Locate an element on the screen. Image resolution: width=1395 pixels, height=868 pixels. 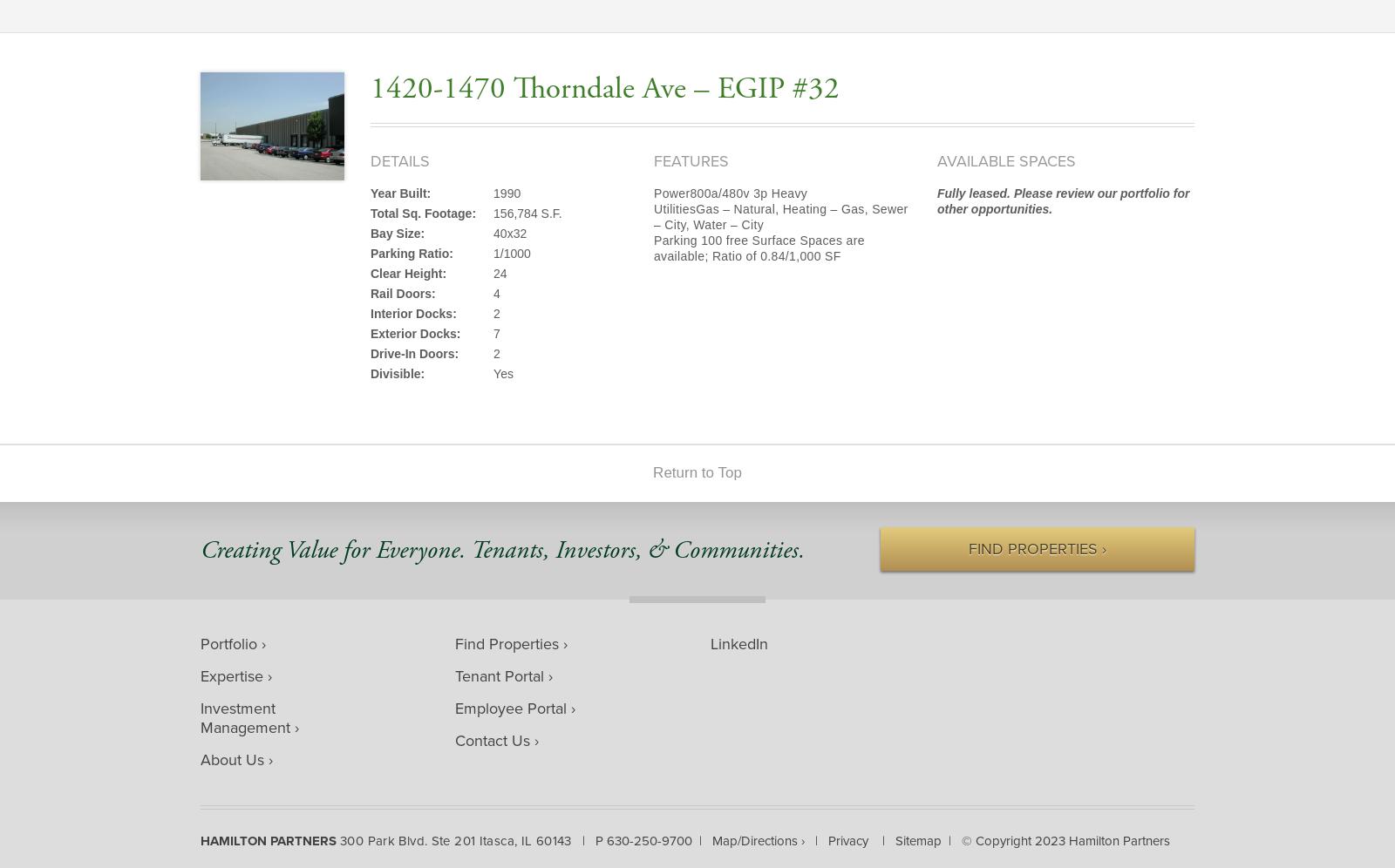
'Employee Portal' is located at coordinates (453, 707).